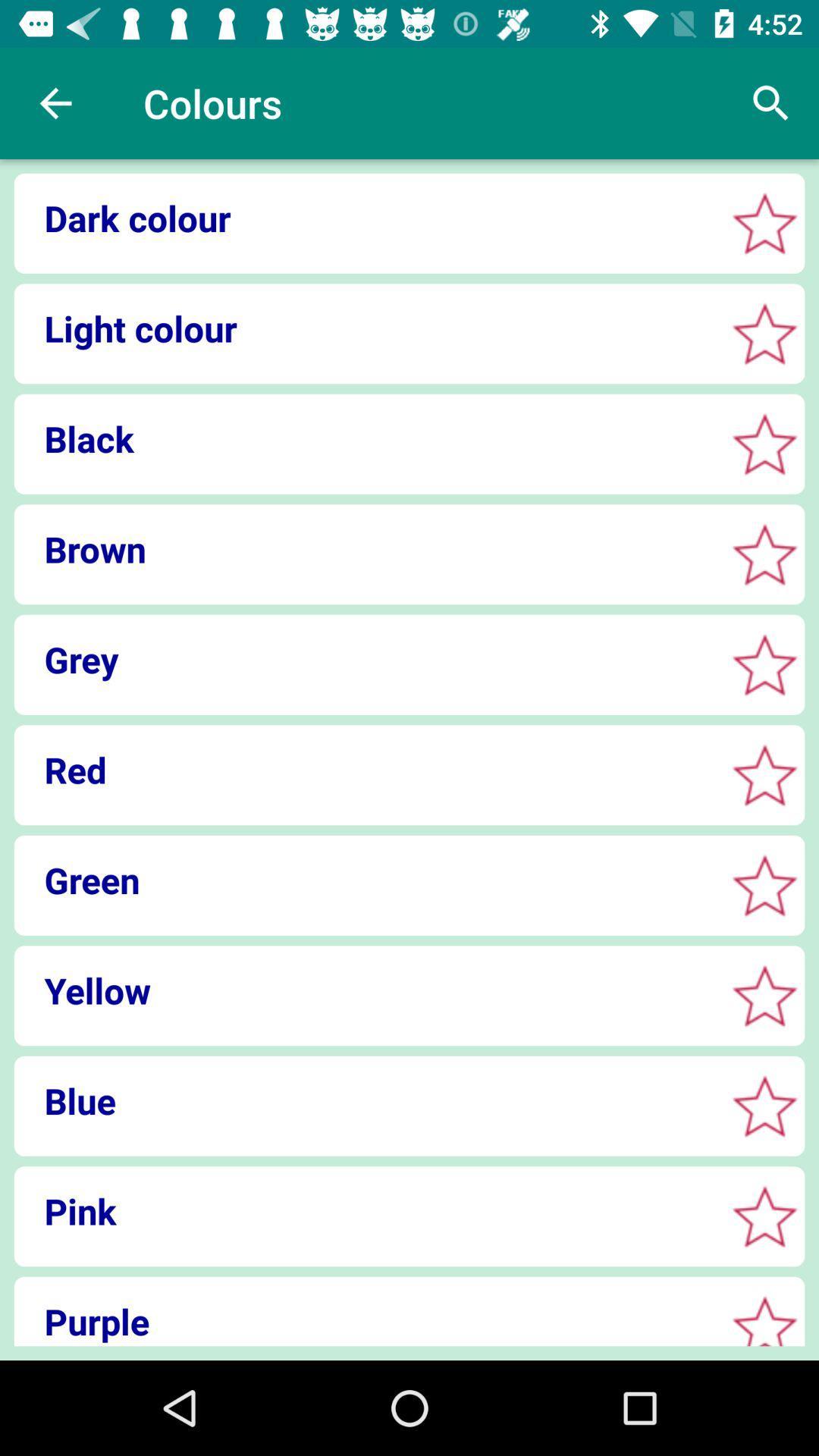 This screenshot has height=1456, width=819. Describe the element at coordinates (365, 438) in the screenshot. I see `item above brown` at that location.